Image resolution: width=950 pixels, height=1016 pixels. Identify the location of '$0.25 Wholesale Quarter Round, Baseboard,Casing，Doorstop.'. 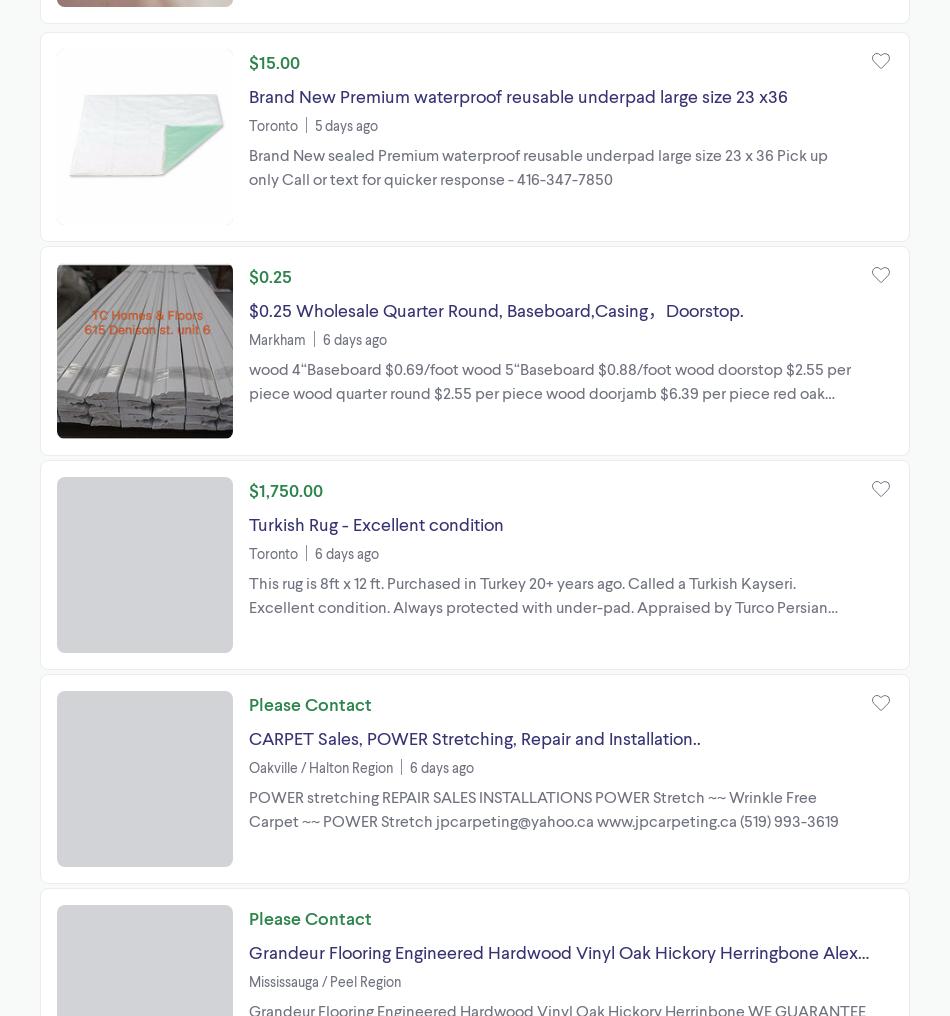
(247, 307).